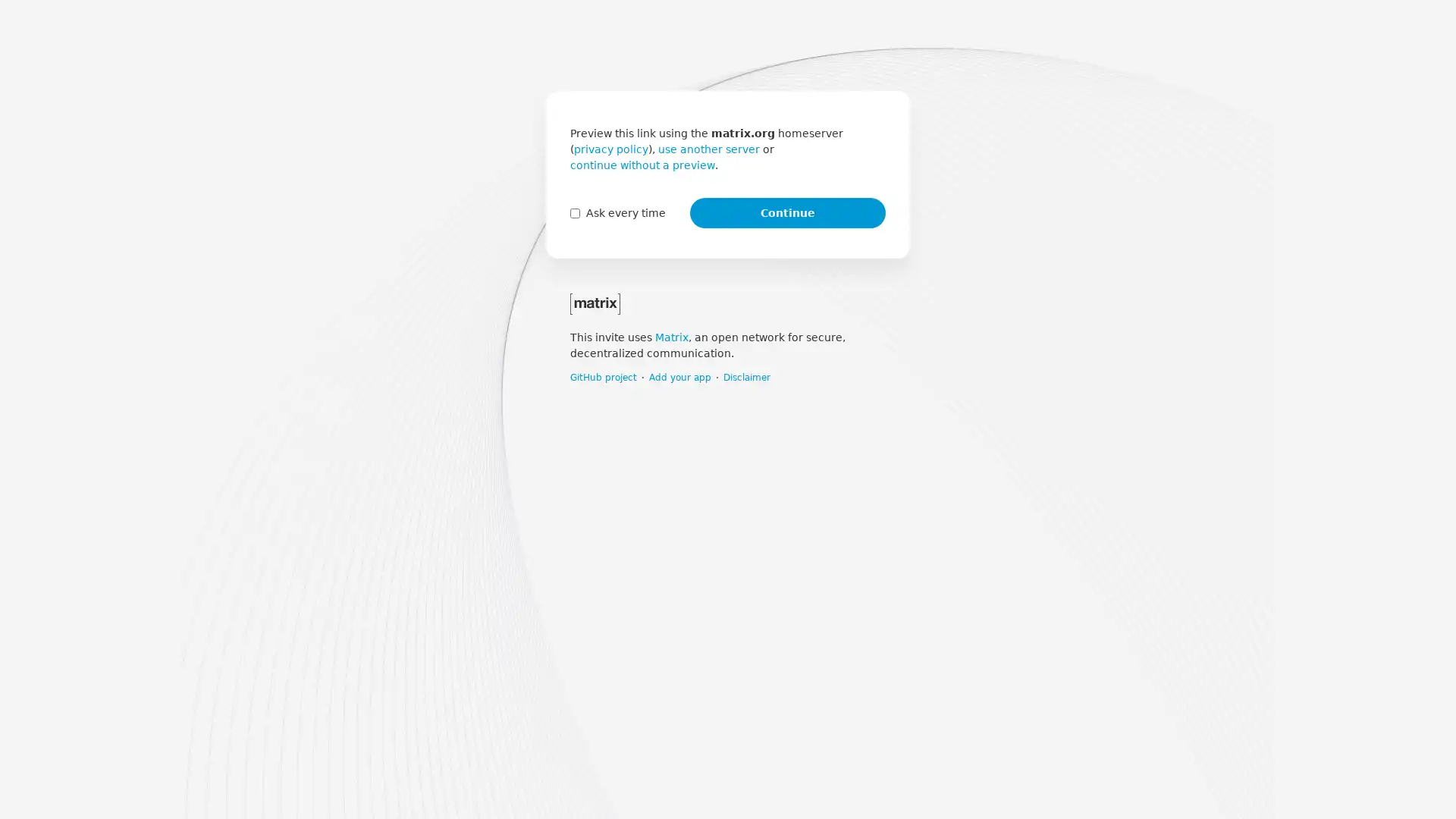 The width and height of the screenshot is (1456, 819). What do you see at coordinates (787, 213) in the screenshot?
I see `Continue` at bounding box center [787, 213].